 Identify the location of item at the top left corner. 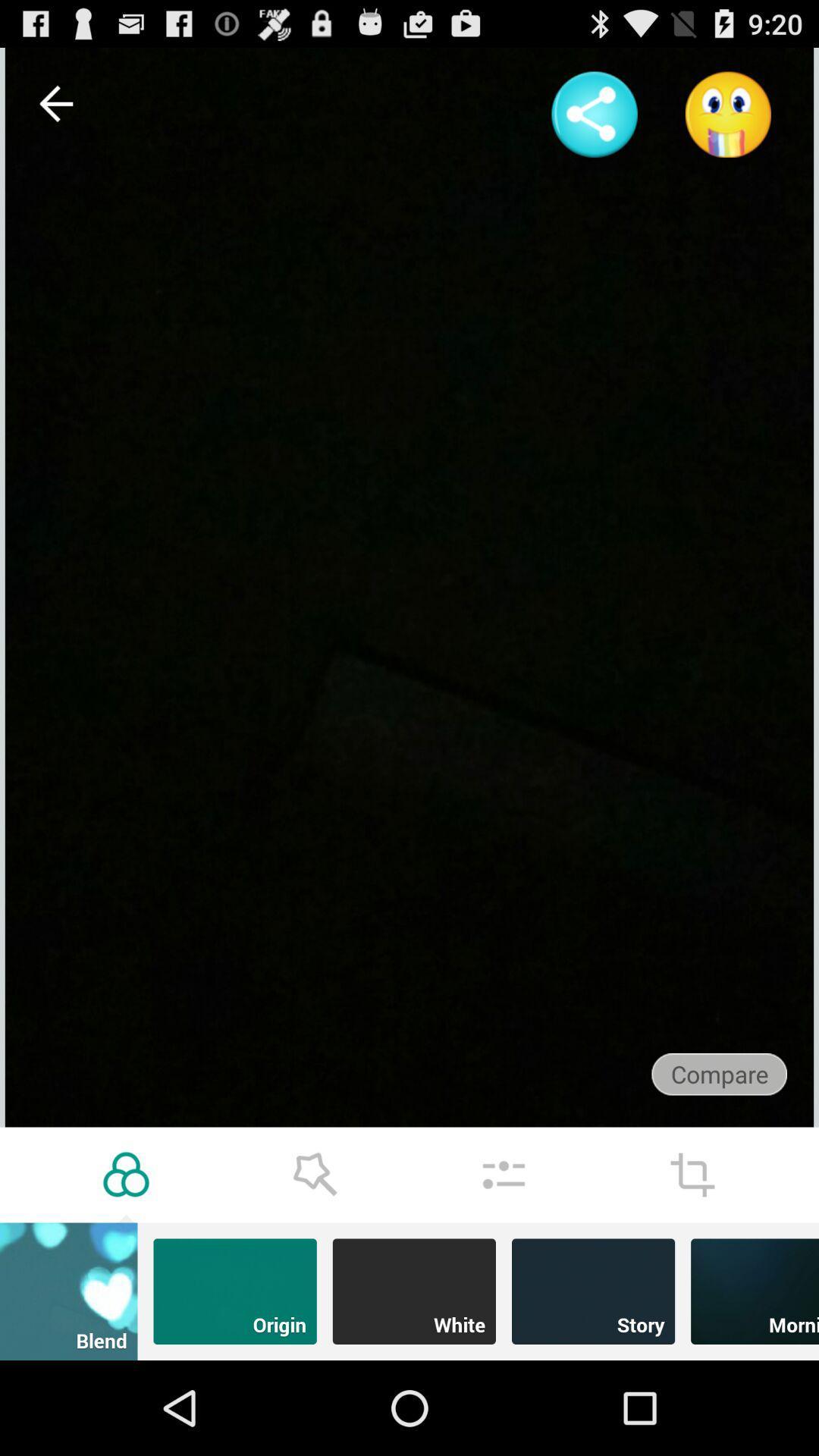
(55, 102).